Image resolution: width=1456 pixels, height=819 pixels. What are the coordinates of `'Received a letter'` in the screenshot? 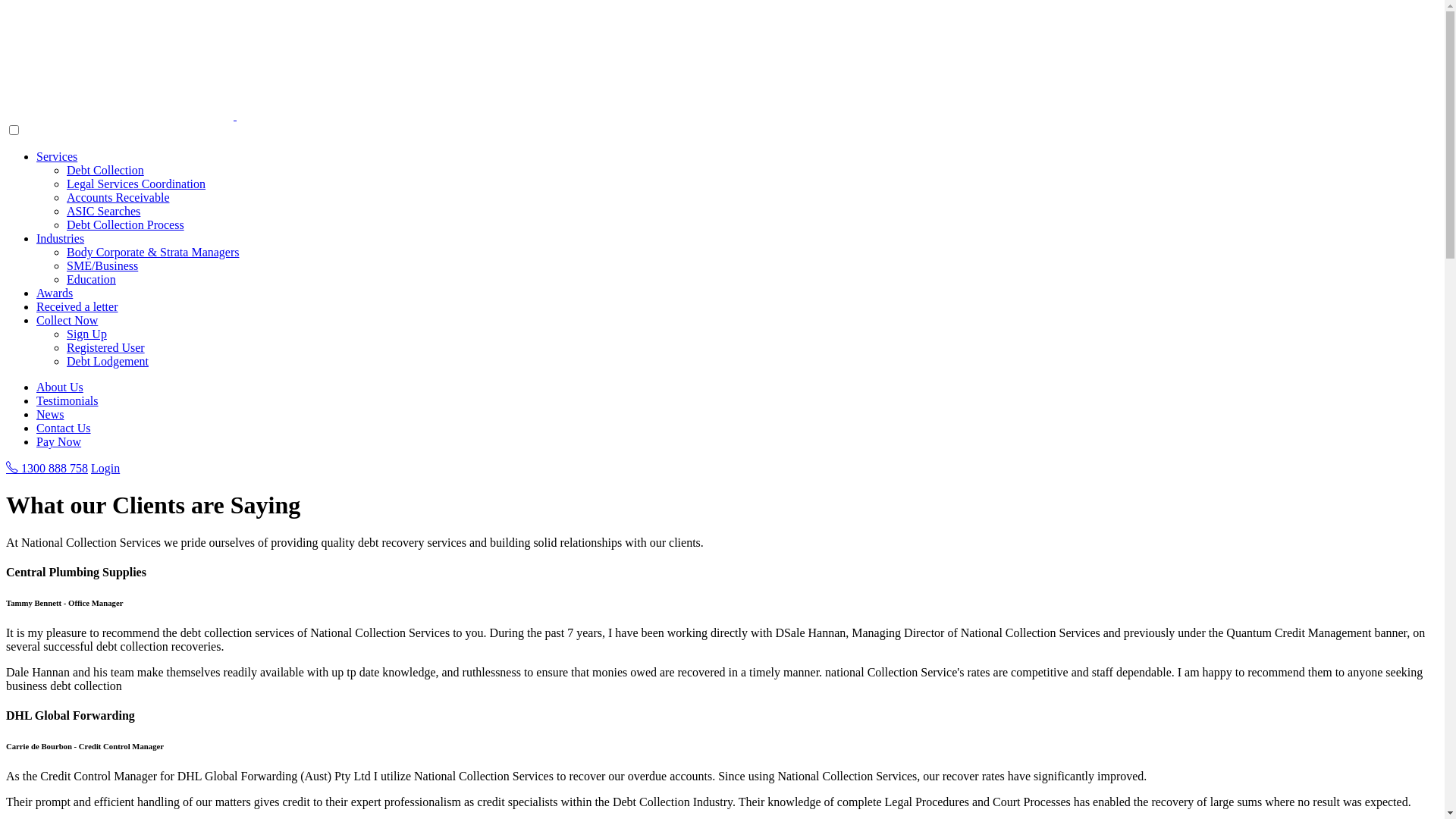 It's located at (76, 306).